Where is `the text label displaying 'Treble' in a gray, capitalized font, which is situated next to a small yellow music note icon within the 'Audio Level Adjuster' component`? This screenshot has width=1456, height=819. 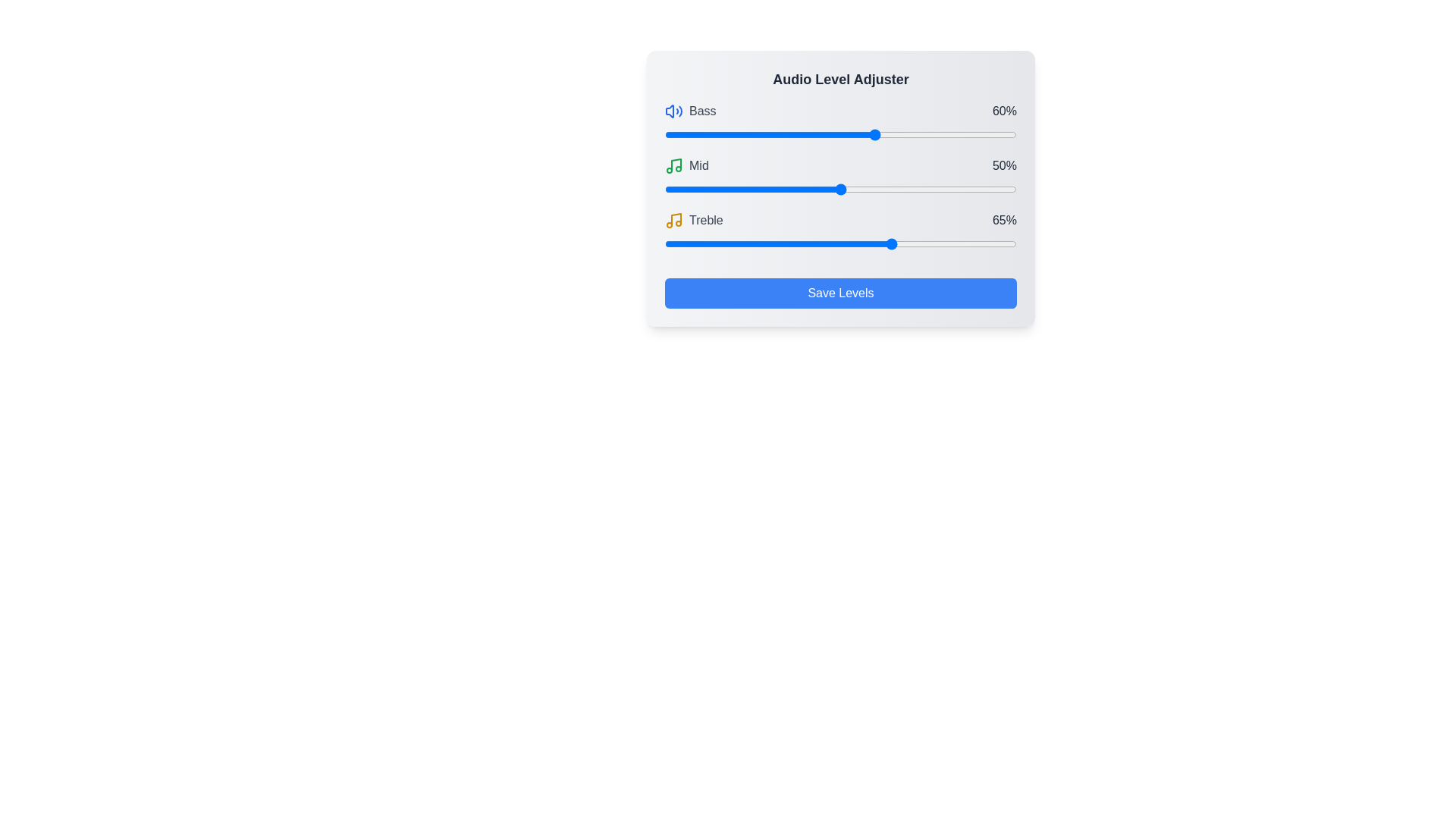 the text label displaying 'Treble' in a gray, capitalized font, which is situated next to a small yellow music note icon within the 'Audio Level Adjuster' component is located at coordinates (705, 220).